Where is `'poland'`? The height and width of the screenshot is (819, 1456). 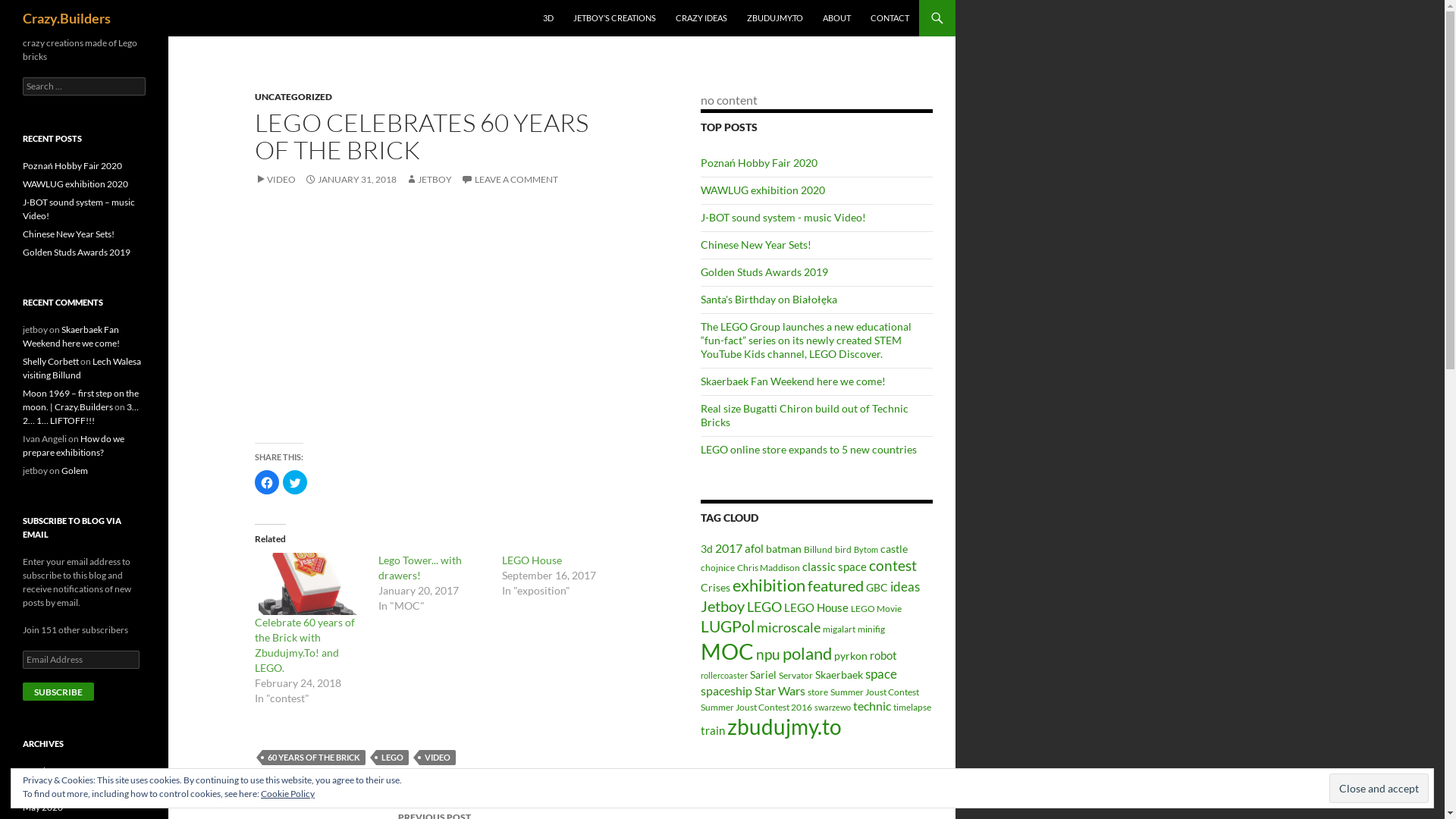
'poland' is located at coordinates (806, 652).